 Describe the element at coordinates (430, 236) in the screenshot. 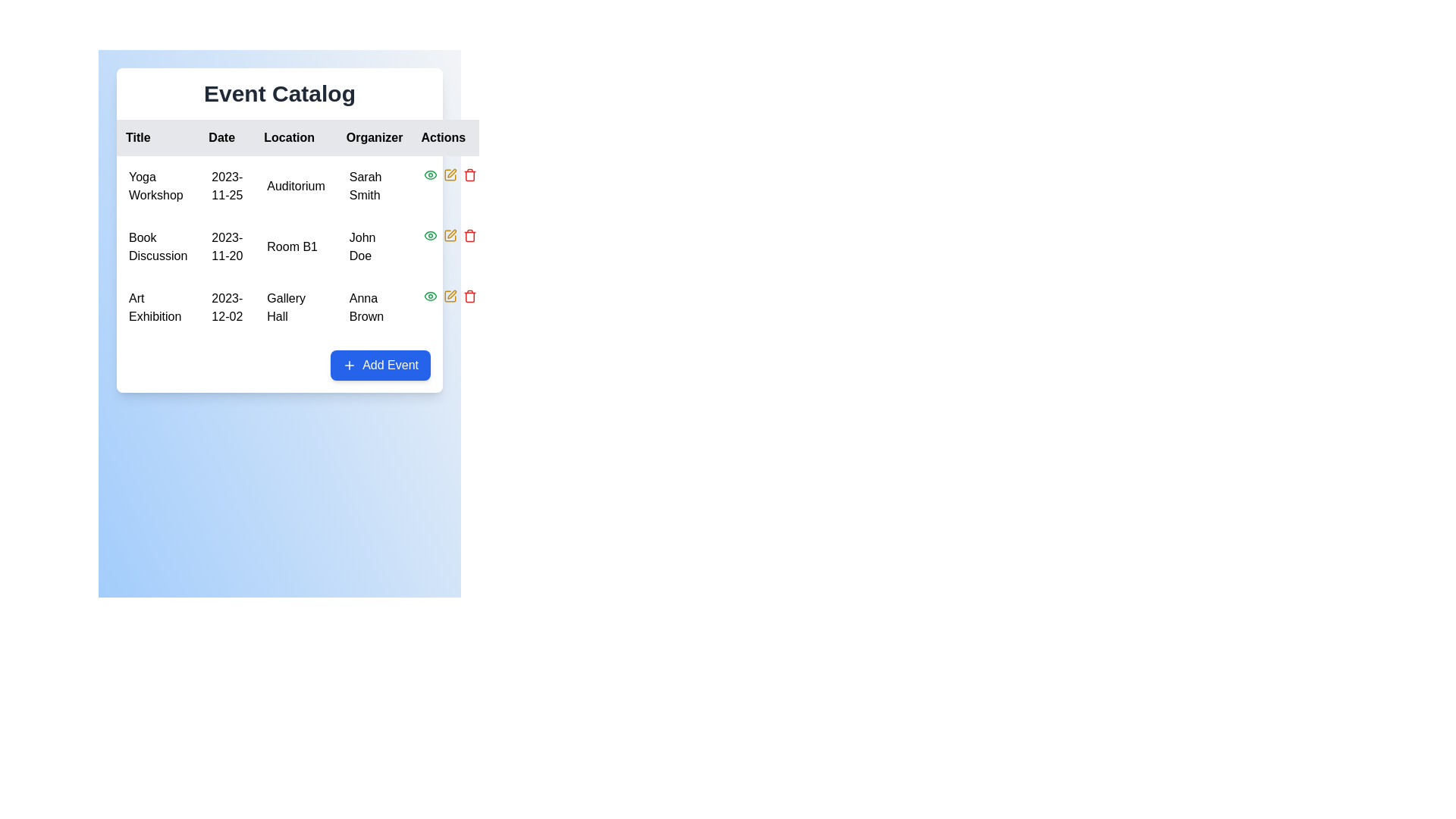

I see `the visibility icon button located in the 'Actions' column of the second row in the event table` at that location.